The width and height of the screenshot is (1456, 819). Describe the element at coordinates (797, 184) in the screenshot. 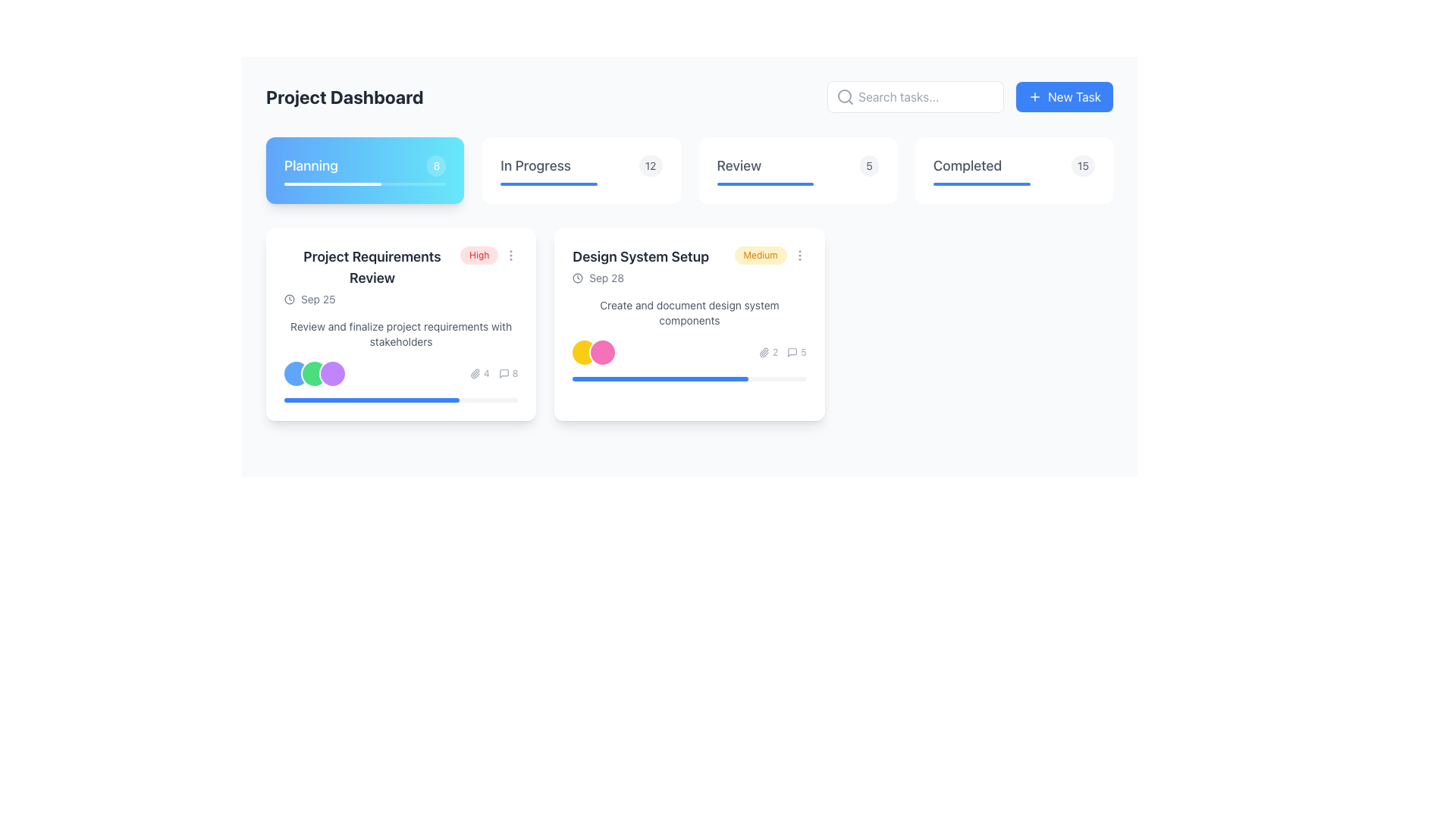

I see `the progress bar located below the title 'Review' that visually represents the completion status of tasks in the 'Review' category` at that location.